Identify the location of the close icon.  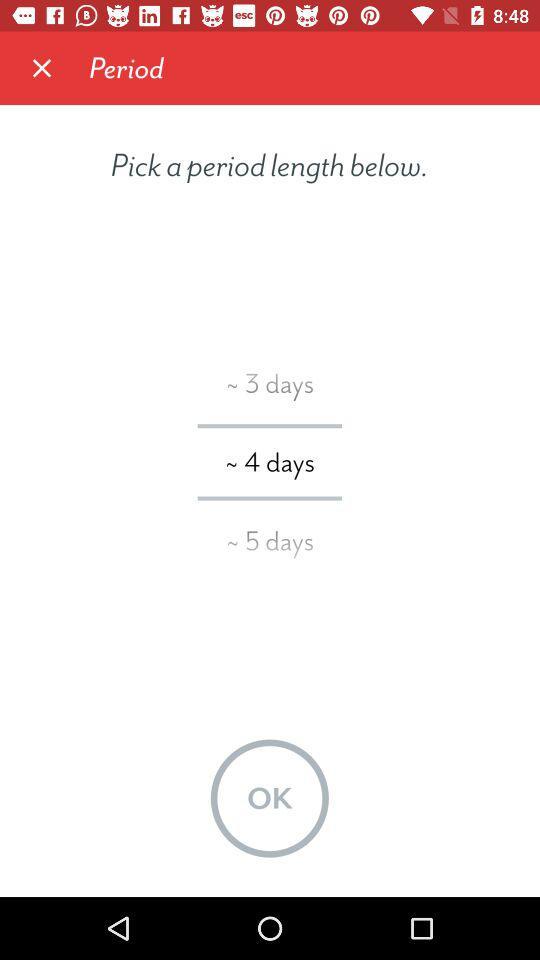
(42, 68).